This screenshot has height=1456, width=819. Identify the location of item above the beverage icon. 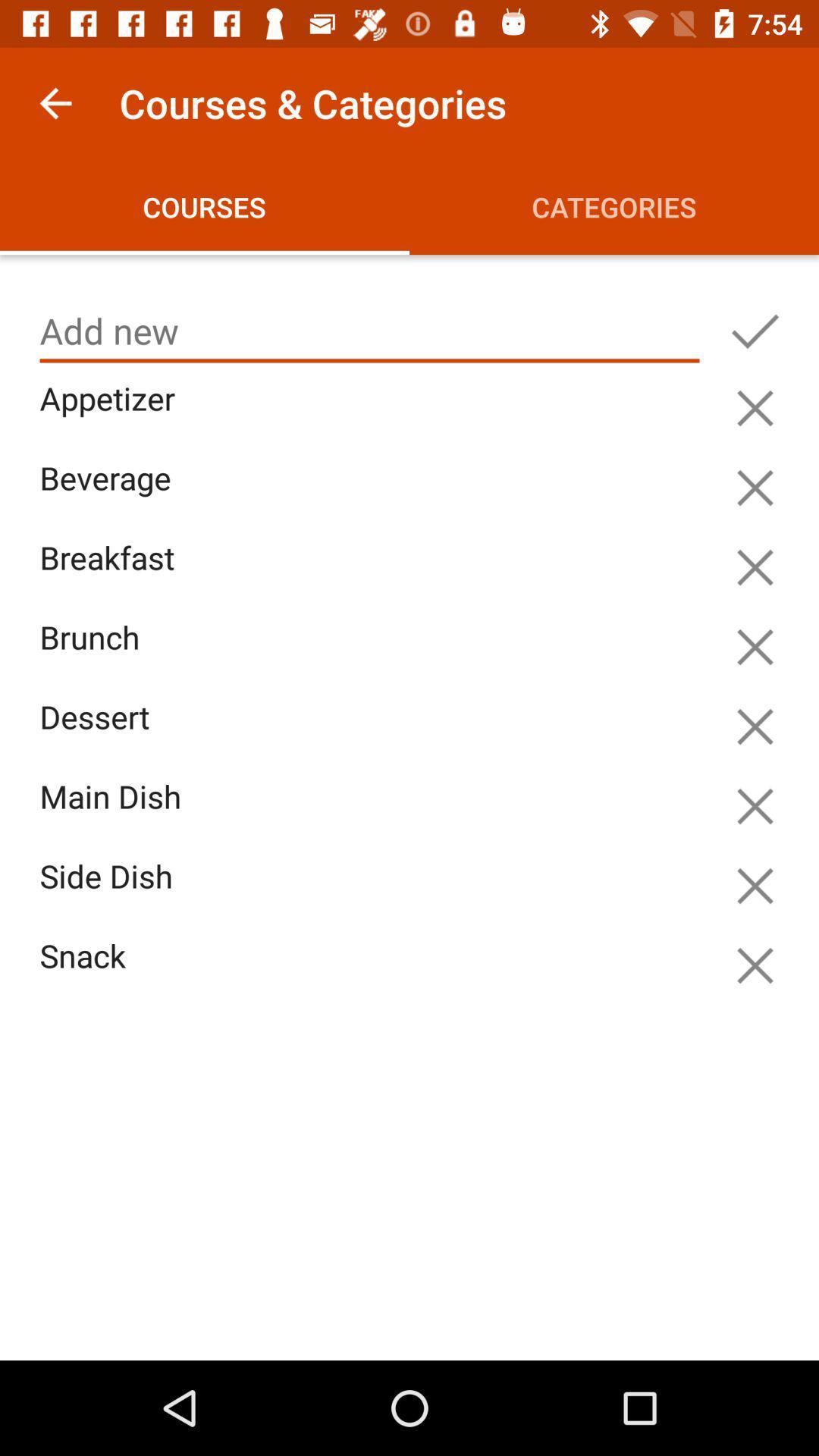
(373, 416).